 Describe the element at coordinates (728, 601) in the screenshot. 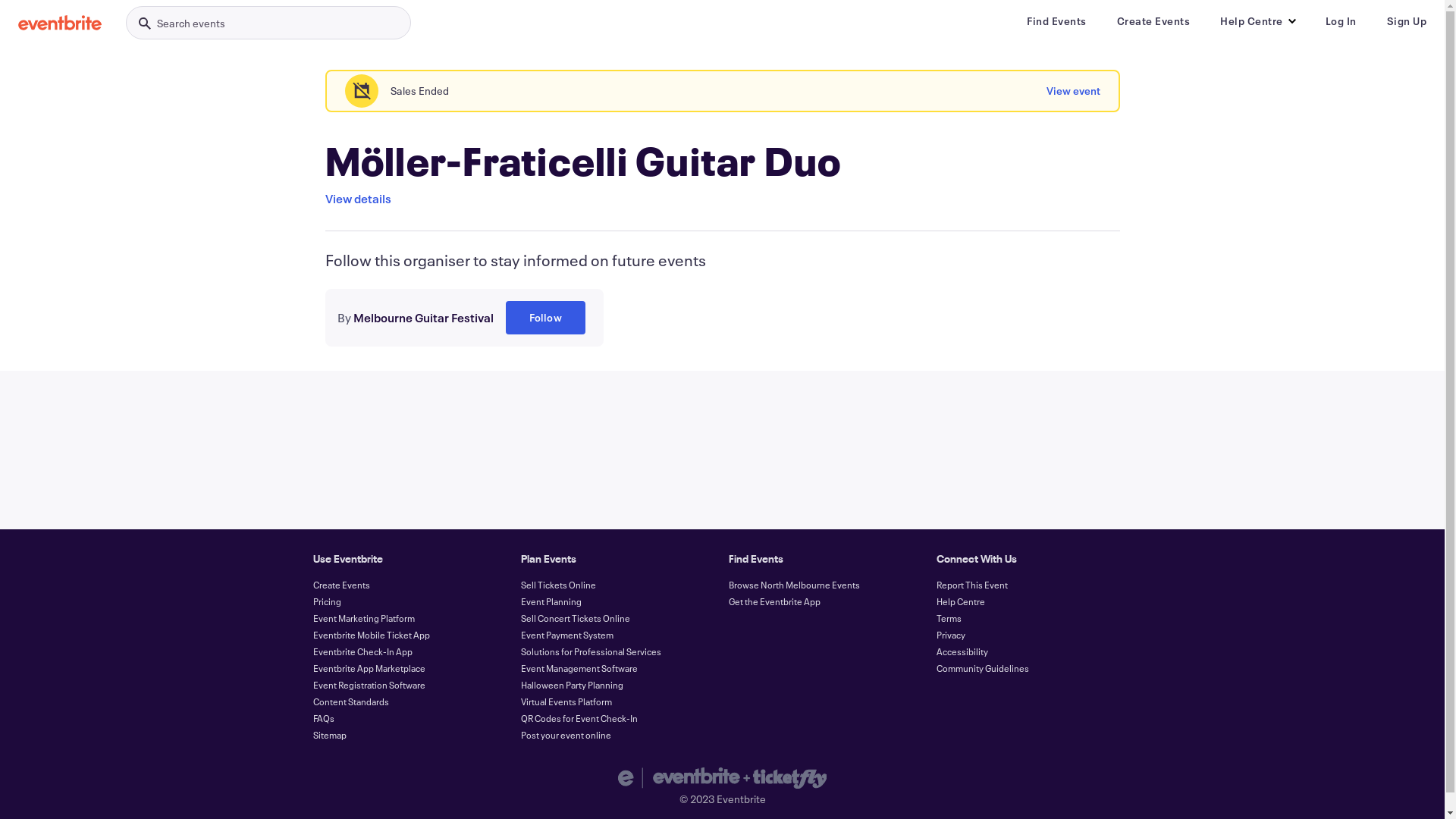

I see `'Get the Eventbrite App'` at that location.